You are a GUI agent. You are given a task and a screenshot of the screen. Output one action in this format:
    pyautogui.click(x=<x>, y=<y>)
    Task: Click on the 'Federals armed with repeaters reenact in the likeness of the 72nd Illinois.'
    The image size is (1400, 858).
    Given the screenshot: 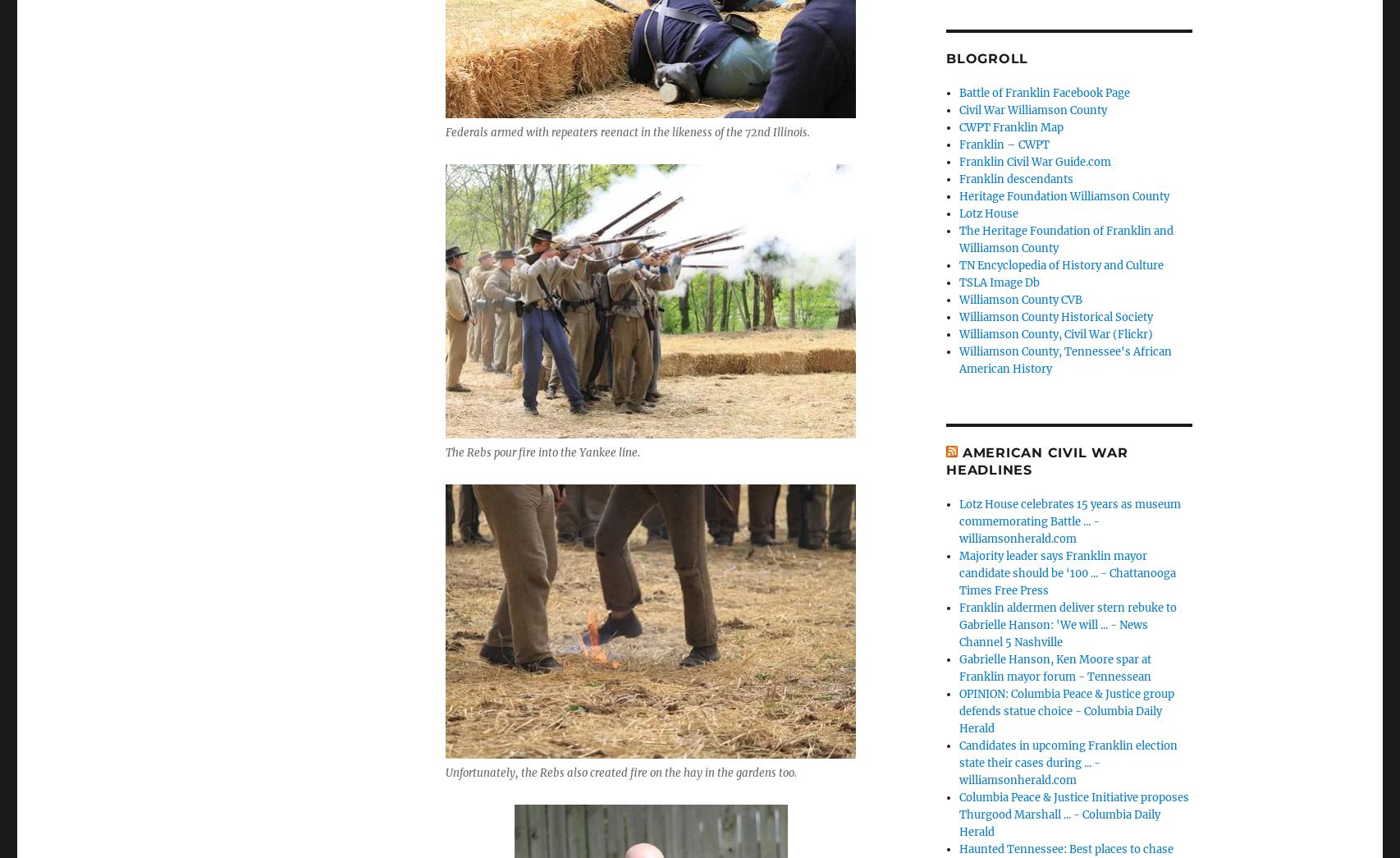 What is the action you would take?
    pyautogui.click(x=626, y=131)
    